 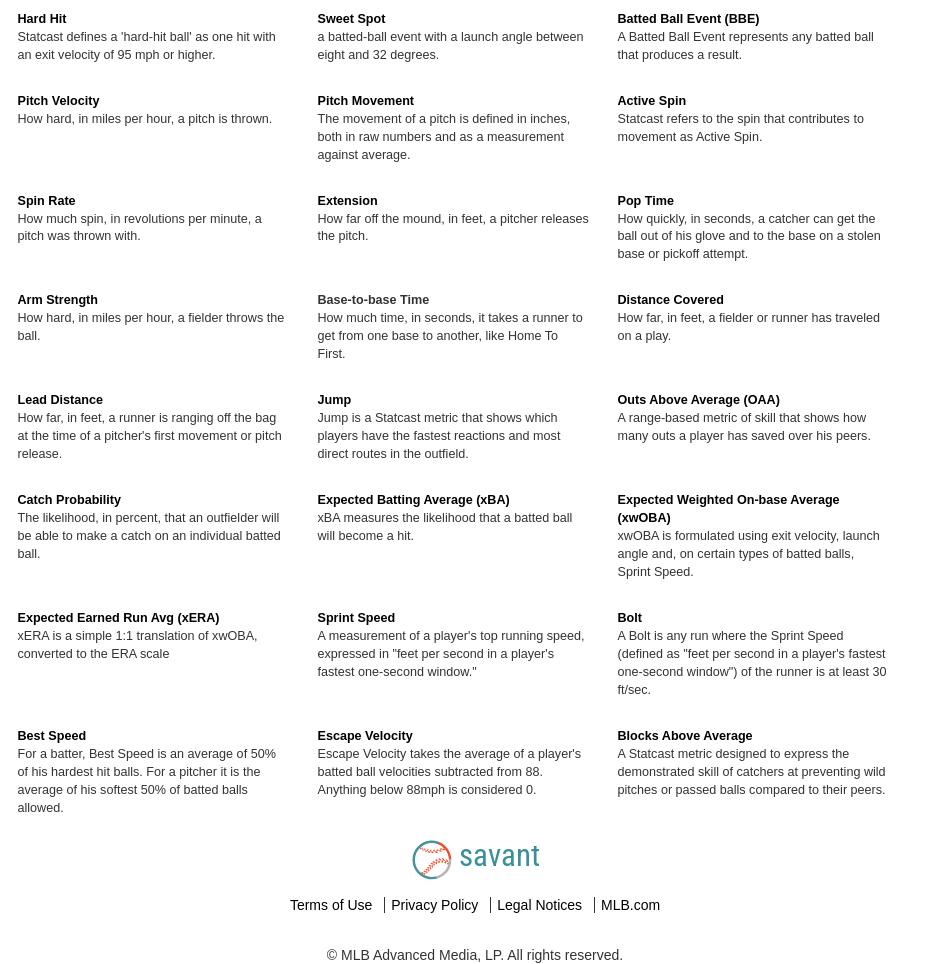 What do you see at coordinates (743, 45) in the screenshot?
I see `'A Batted Ball Event represents any batted ball that
                        produces a result.'` at bounding box center [743, 45].